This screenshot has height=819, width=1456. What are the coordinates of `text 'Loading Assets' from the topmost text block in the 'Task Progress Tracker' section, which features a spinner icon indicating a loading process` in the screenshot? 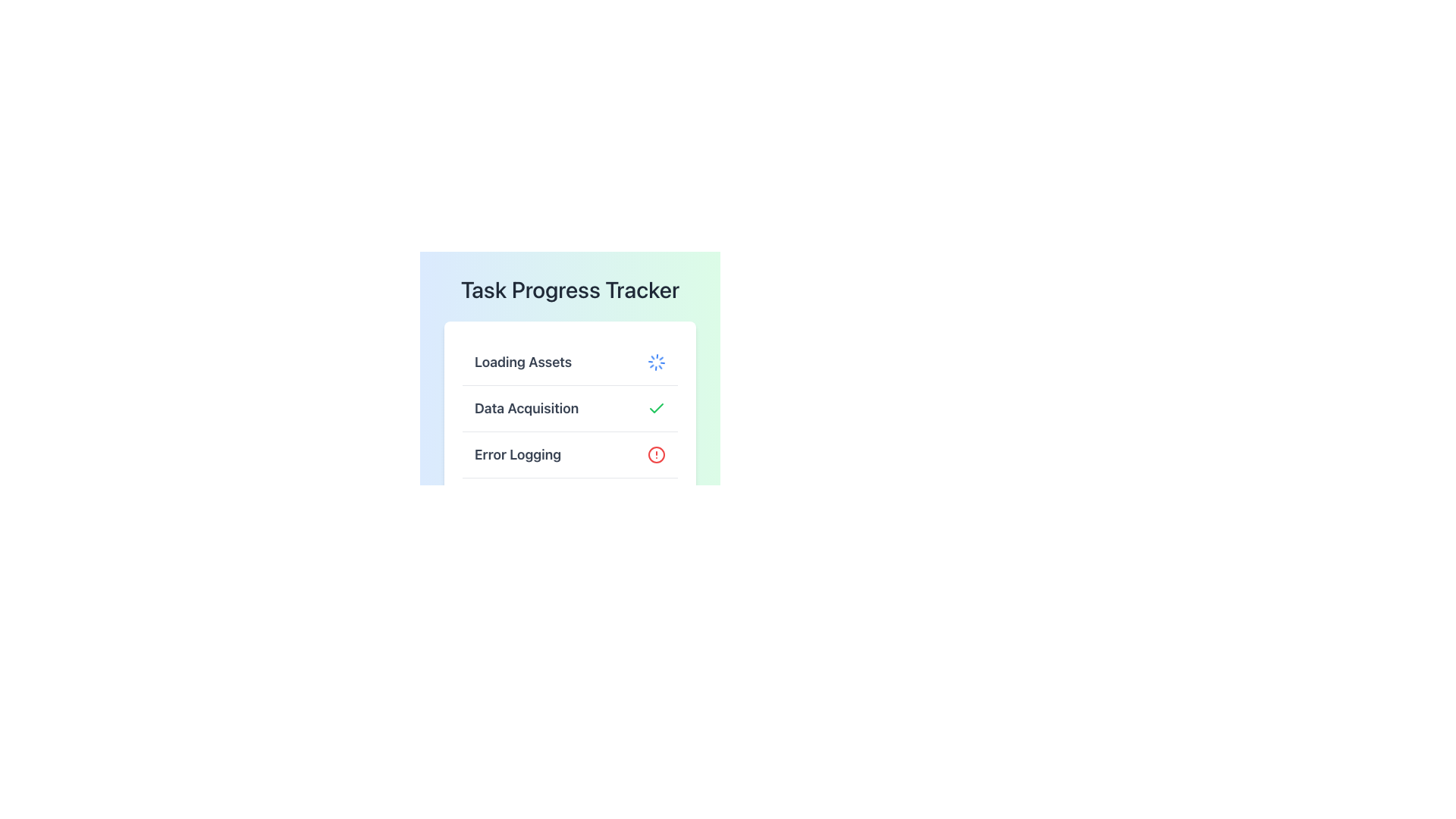 It's located at (570, 362).